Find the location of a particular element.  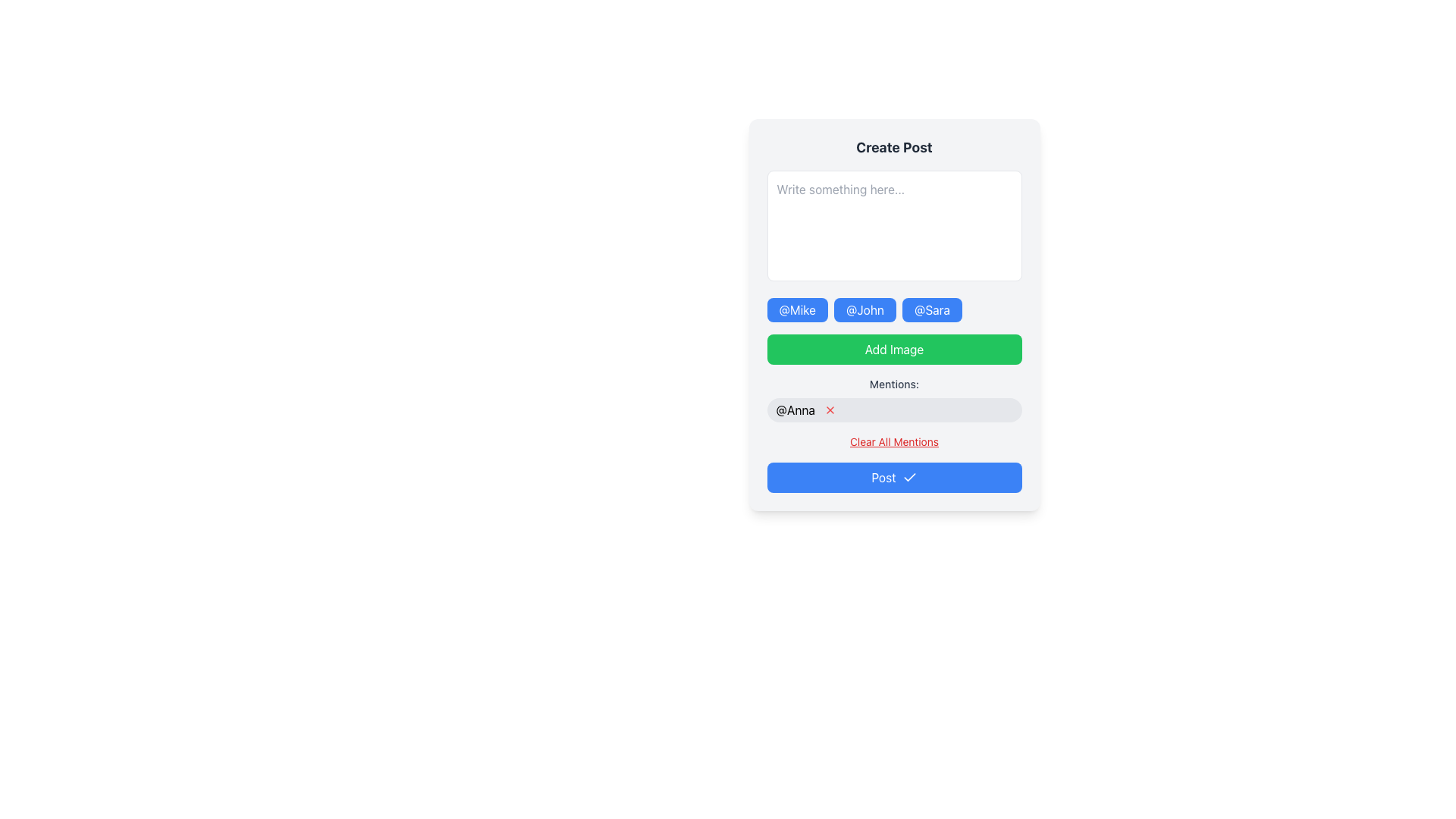

on the mention tag for user Anna located in the 'Mentions' section, just below the 'Add Image' button and is located at coordinates (894, 409).